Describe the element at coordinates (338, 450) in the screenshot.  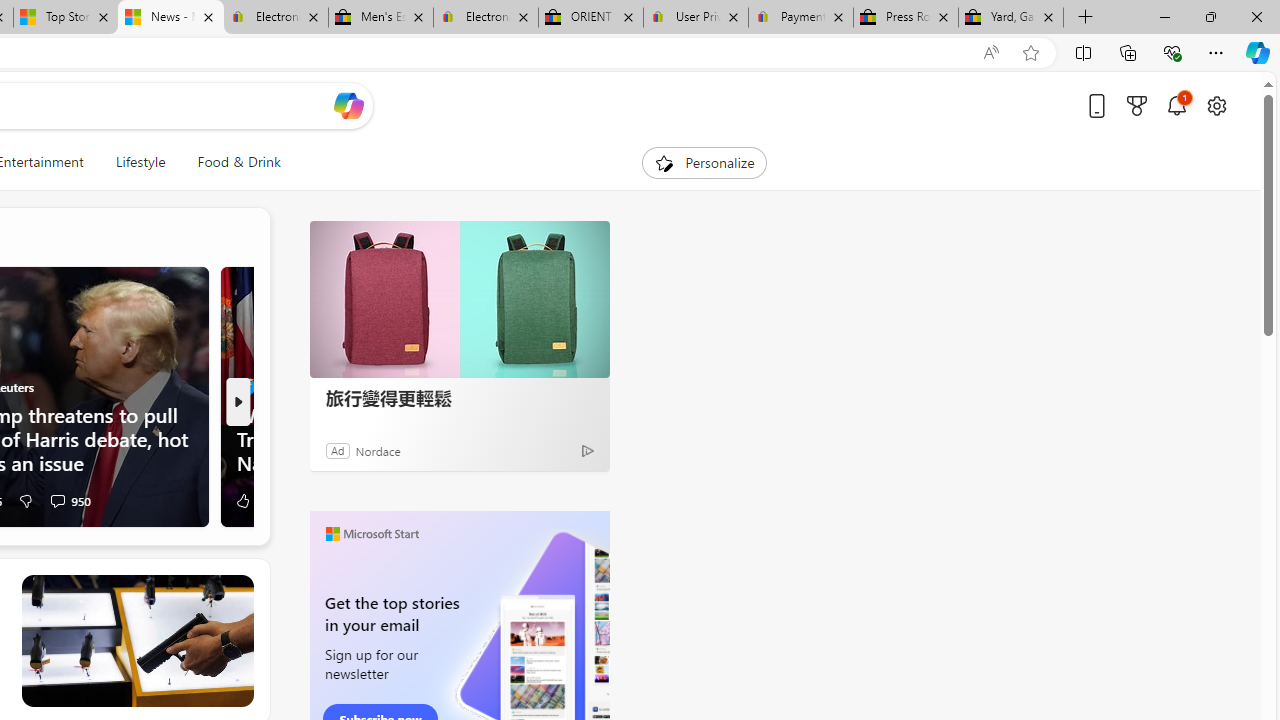
I see `'Ad'` at that location.